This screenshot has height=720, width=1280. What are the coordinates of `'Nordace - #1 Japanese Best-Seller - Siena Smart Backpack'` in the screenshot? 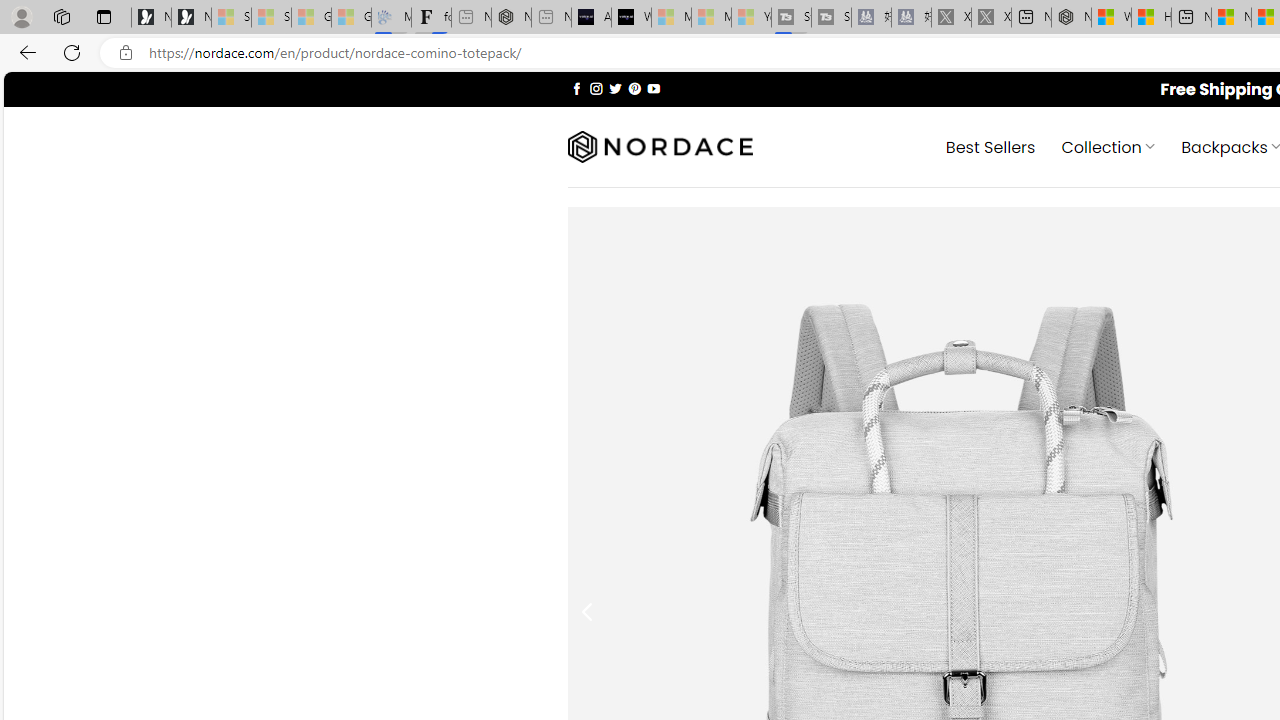 It's located at (511, 17).